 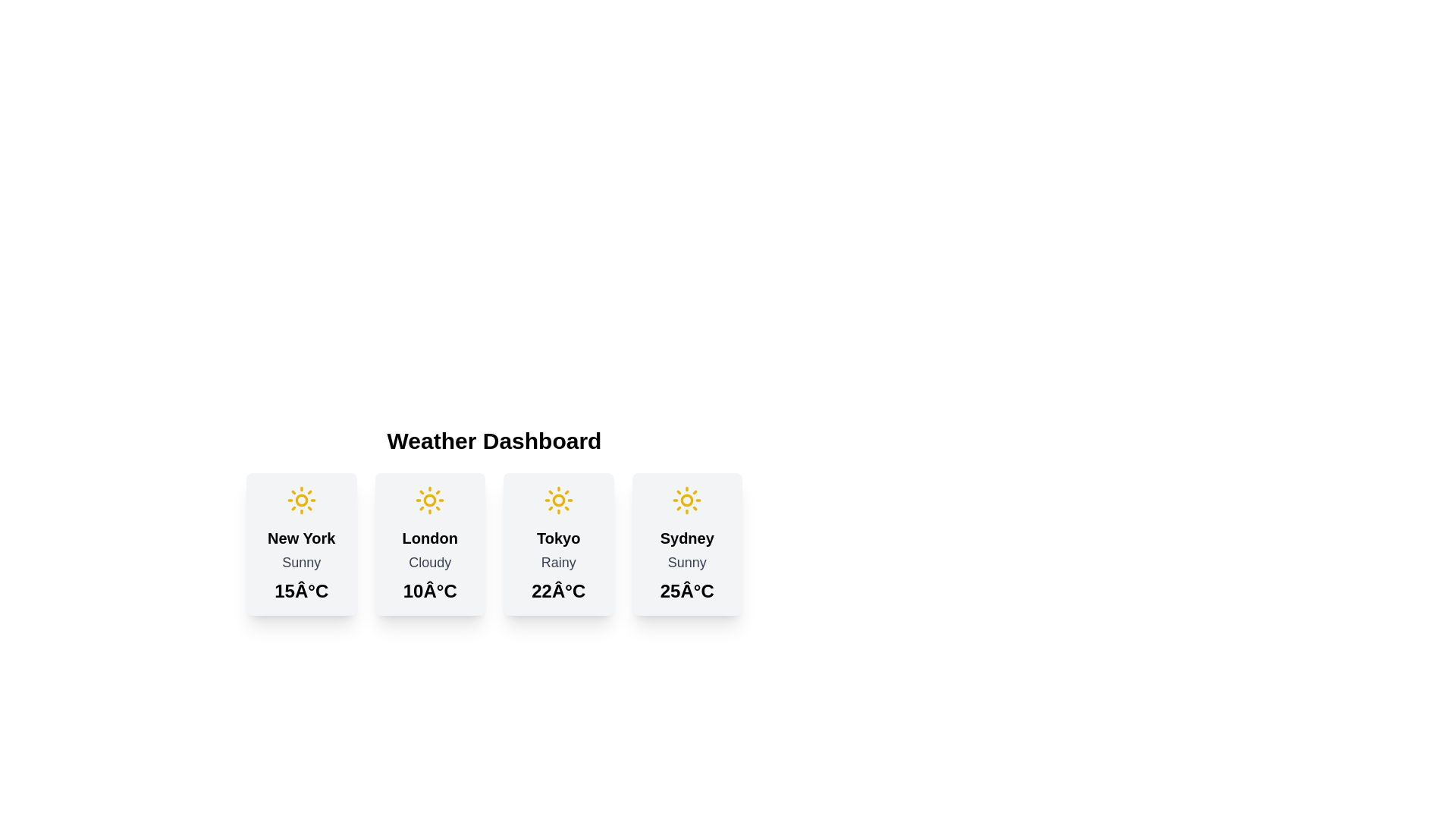 I want to click on the yellow sun icon representing sunny weather for 'London' located in the weather block under the 'Weather Dashboard', so click(x=429, y=500).